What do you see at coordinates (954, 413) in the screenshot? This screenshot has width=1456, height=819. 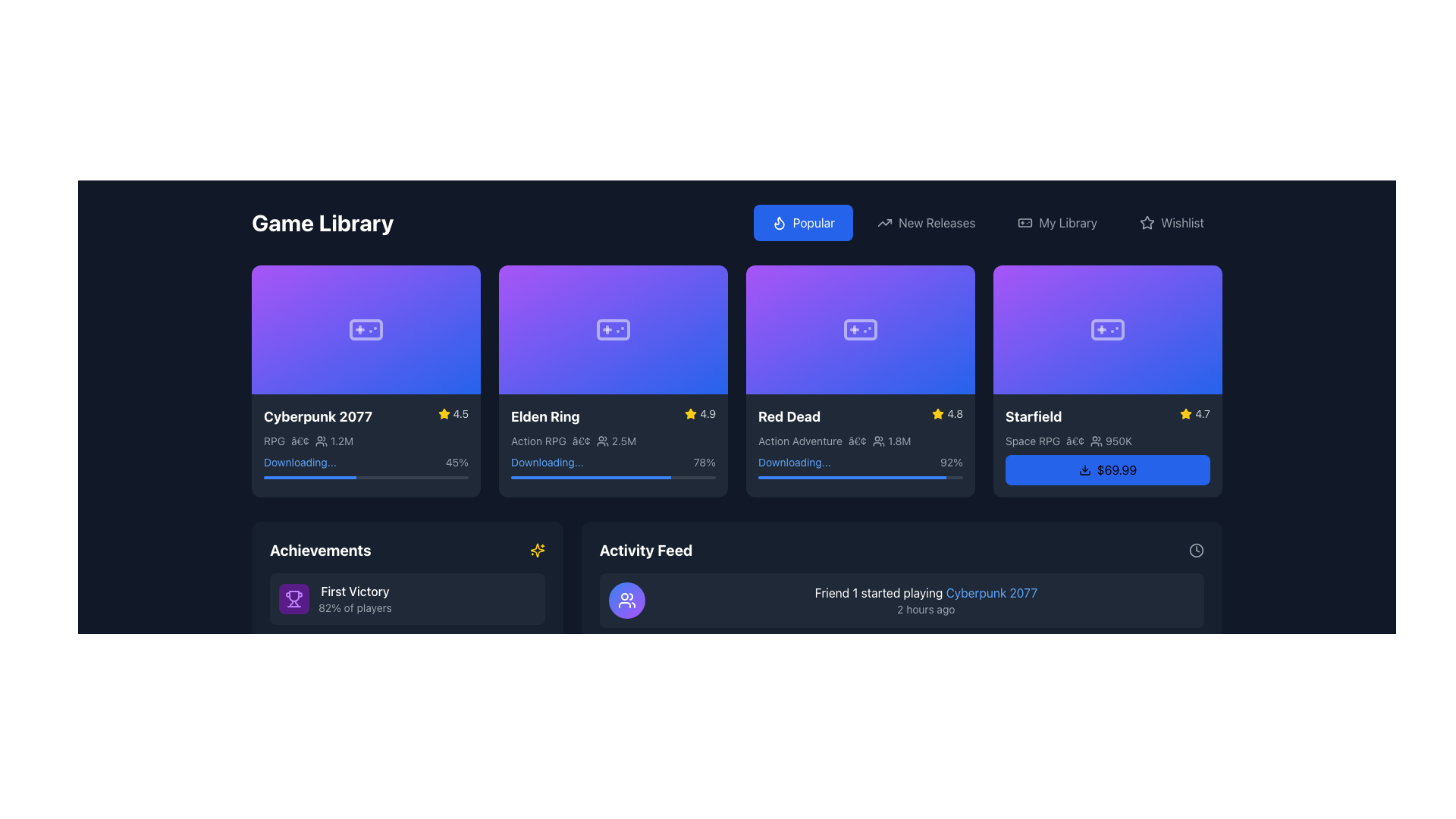 I see `the Text label displaying the rating value for the 'Red Dead' game, located in the third column of the game cards section` at bounding box center [954, 413].